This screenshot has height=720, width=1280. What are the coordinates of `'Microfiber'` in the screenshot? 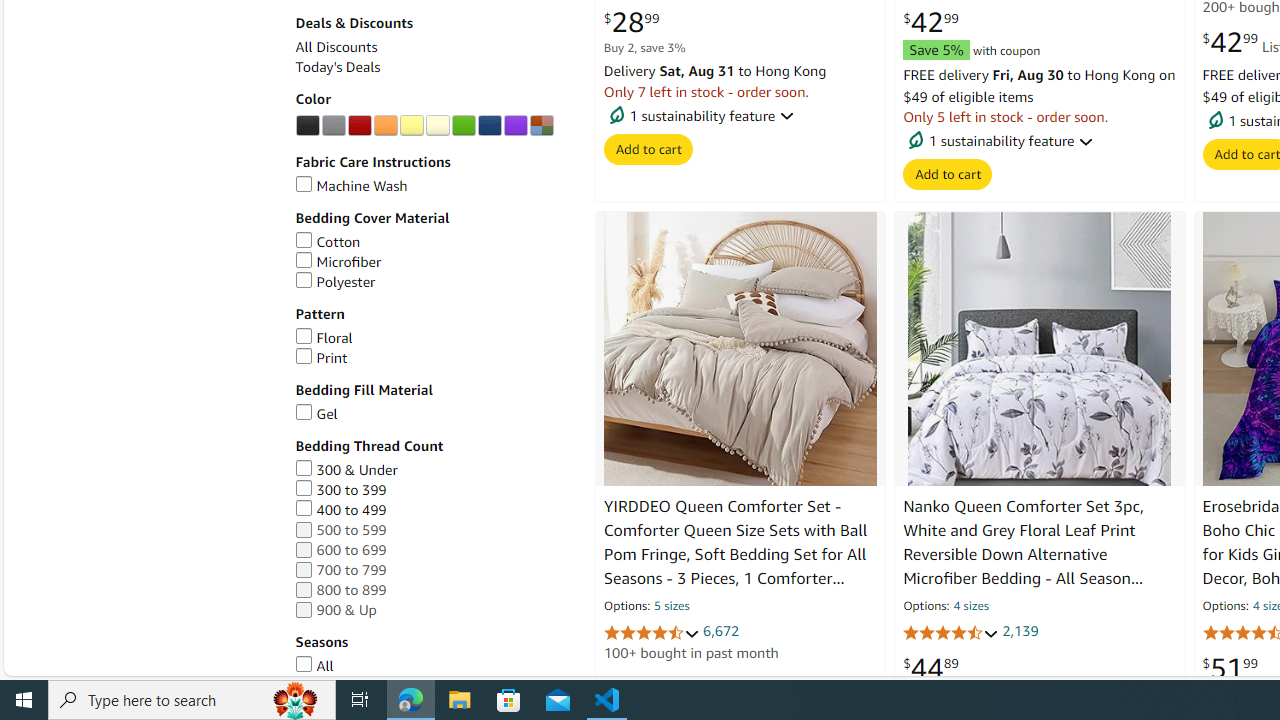 It's located at (337, 261).